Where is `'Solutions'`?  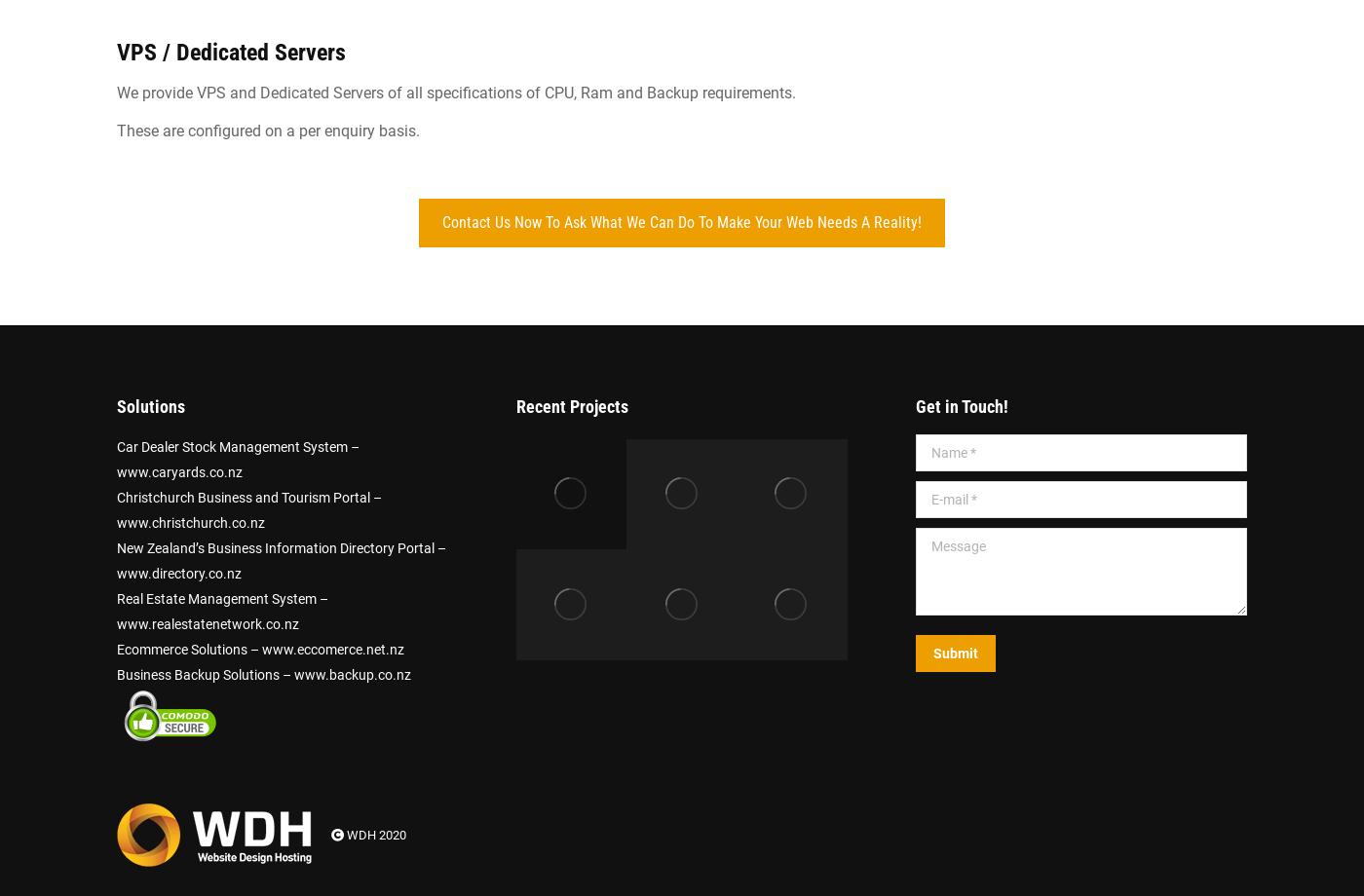 'Solutions' is located at coordinates (150, 405).